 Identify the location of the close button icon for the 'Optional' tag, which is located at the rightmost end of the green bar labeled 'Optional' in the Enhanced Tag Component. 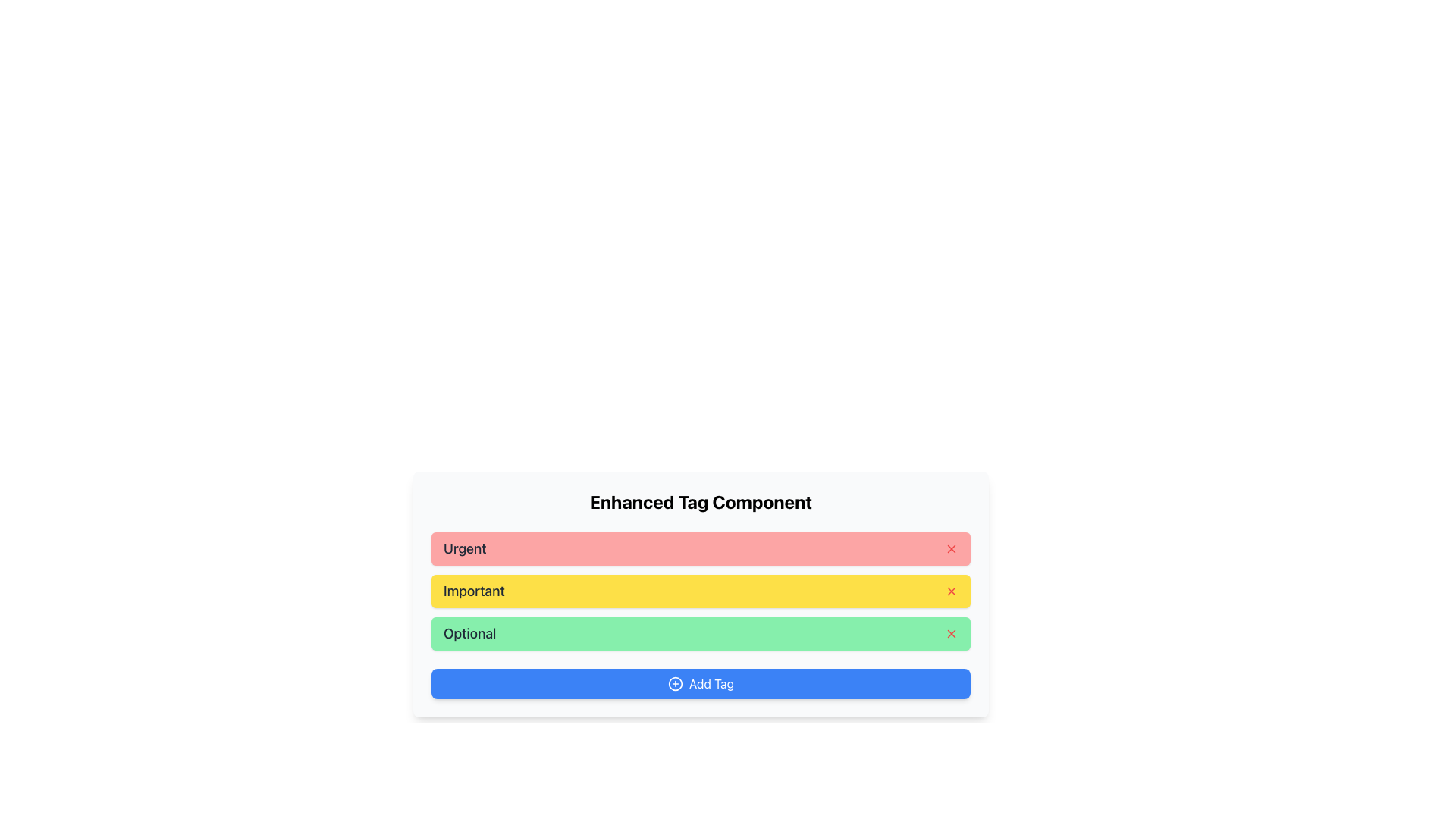
(950, 634).